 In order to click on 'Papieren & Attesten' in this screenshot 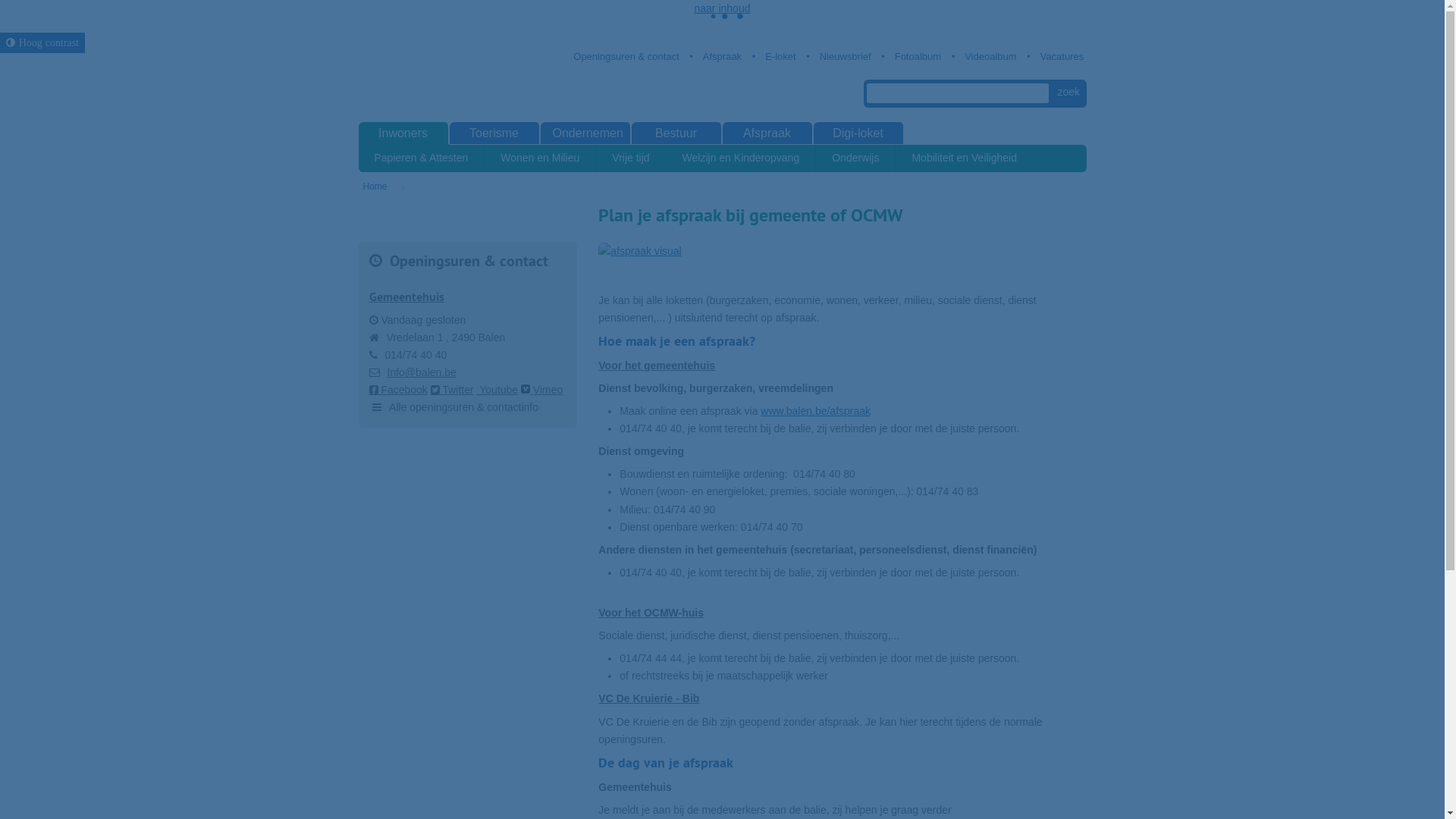, I will do `click(421, 158)`.